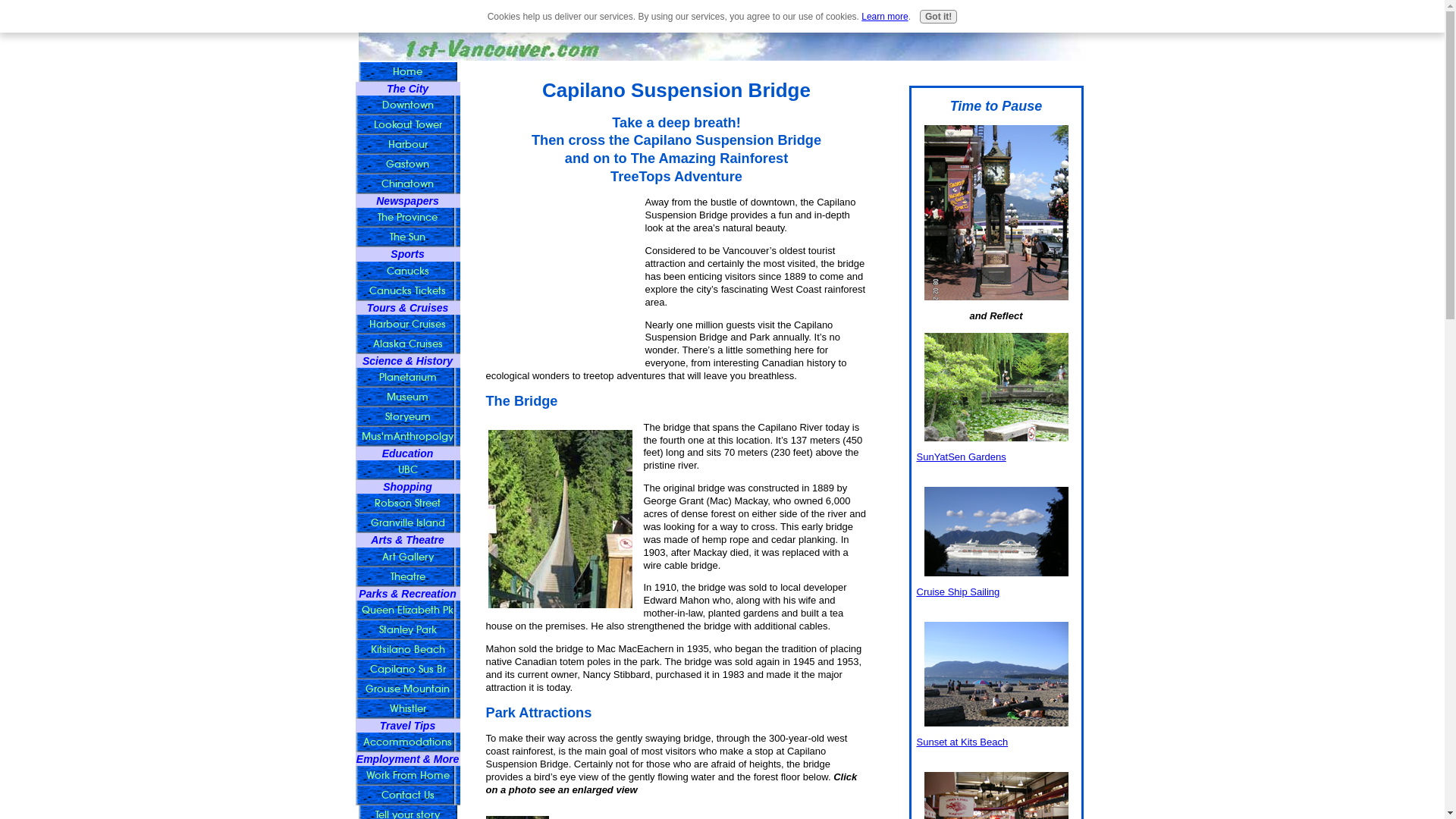 This screenshot has height=819, width=1456. I want to click on 'Museum', so click(407, 397).